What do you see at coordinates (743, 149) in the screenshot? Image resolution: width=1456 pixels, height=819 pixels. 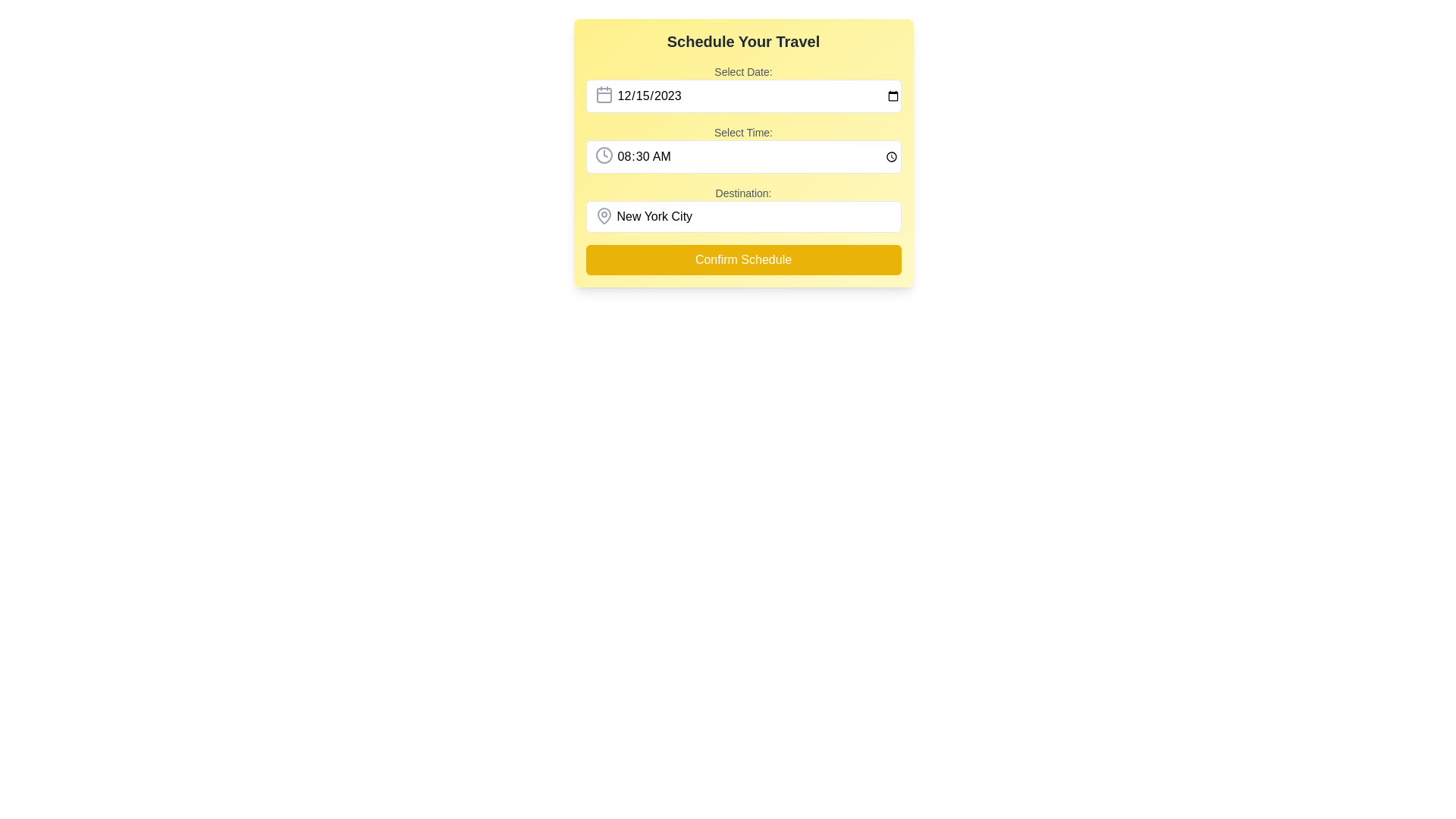 I see `the Time selection input field located below the 'Select Date:' section, allowing the user to edit the time value` at bounding box center [743, 149].